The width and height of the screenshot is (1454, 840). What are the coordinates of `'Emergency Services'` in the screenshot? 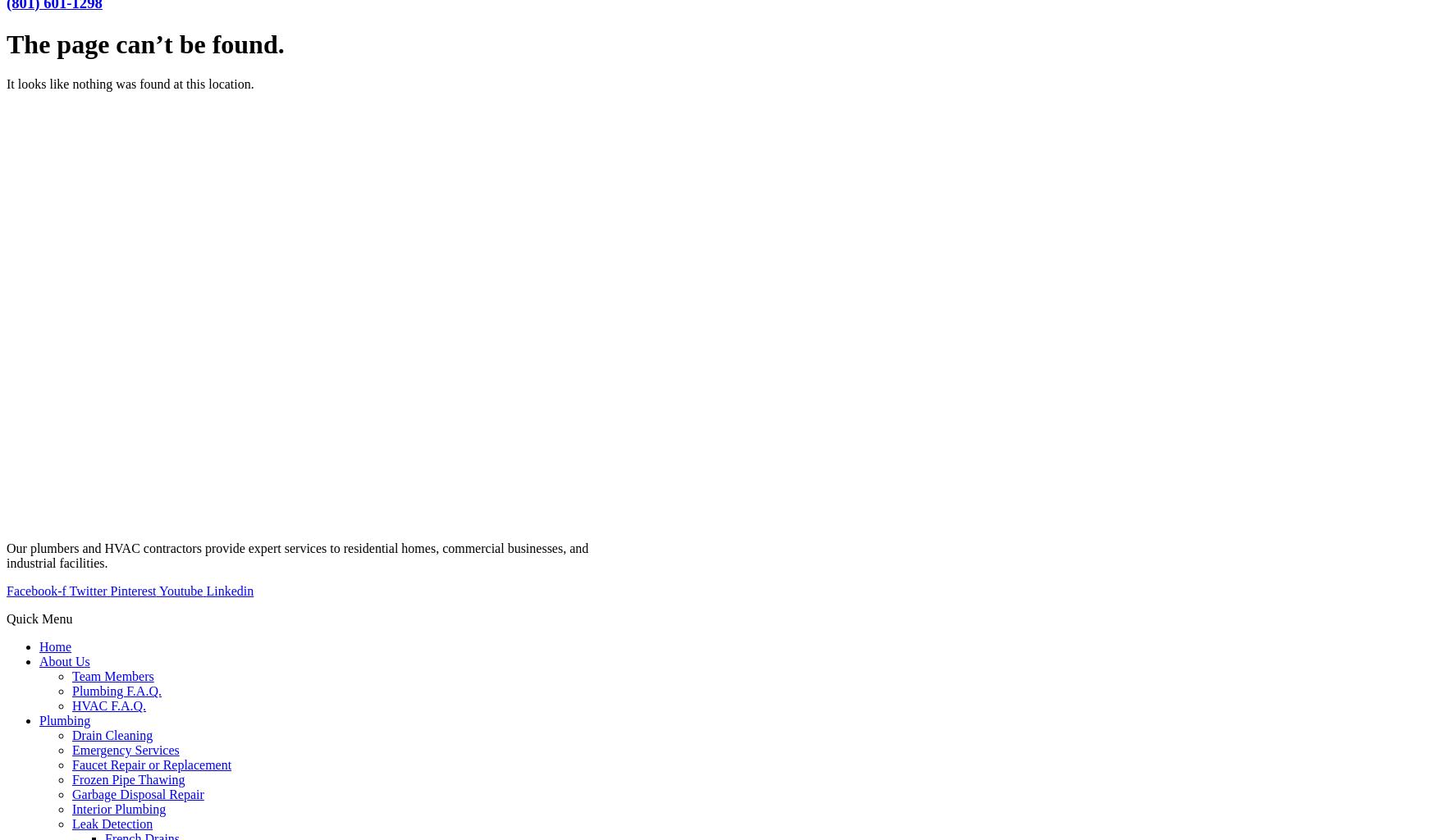 It's located at (125, 749).